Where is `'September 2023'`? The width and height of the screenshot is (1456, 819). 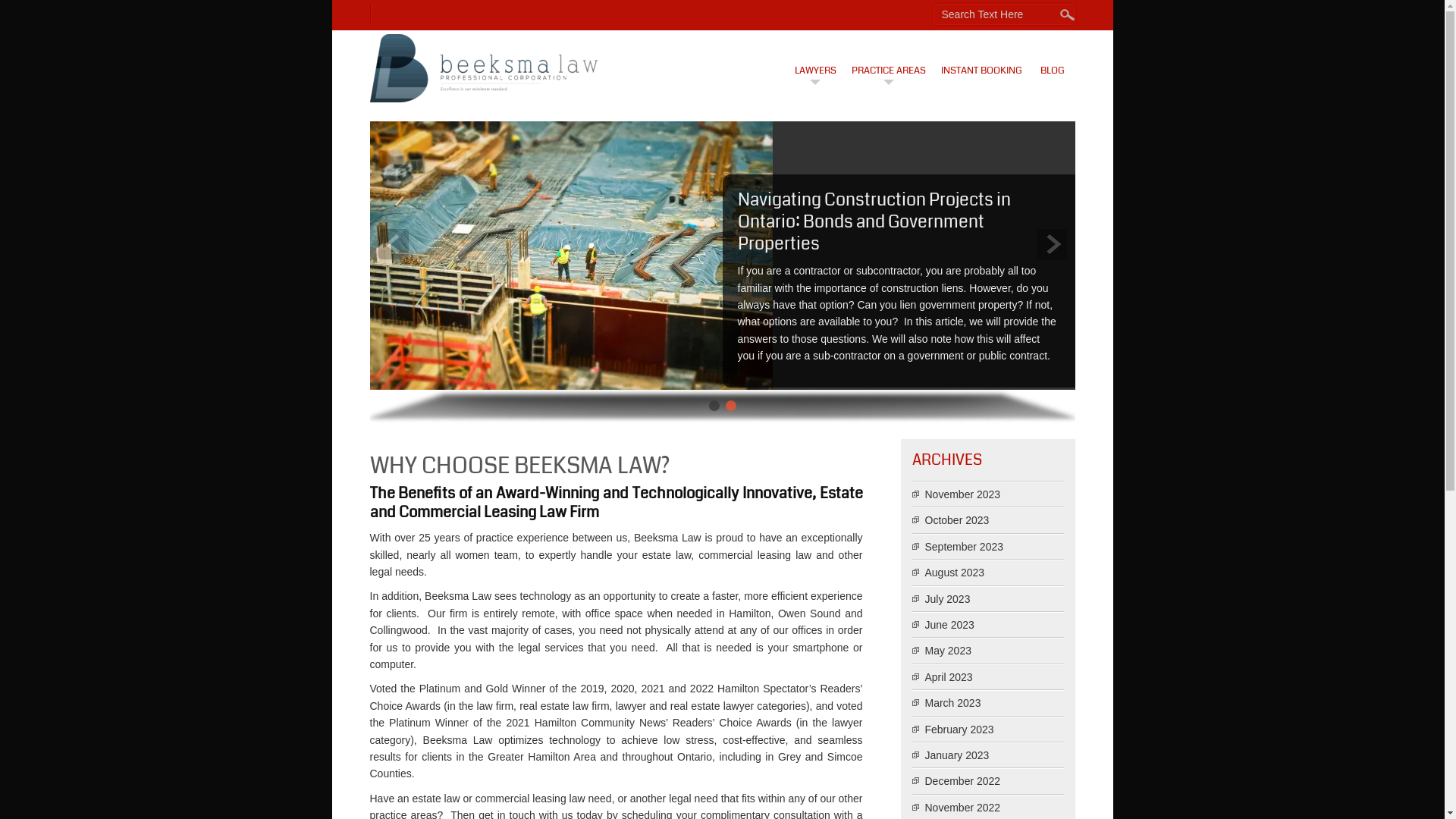
'September 2023' is located at coordinates (964, 547).